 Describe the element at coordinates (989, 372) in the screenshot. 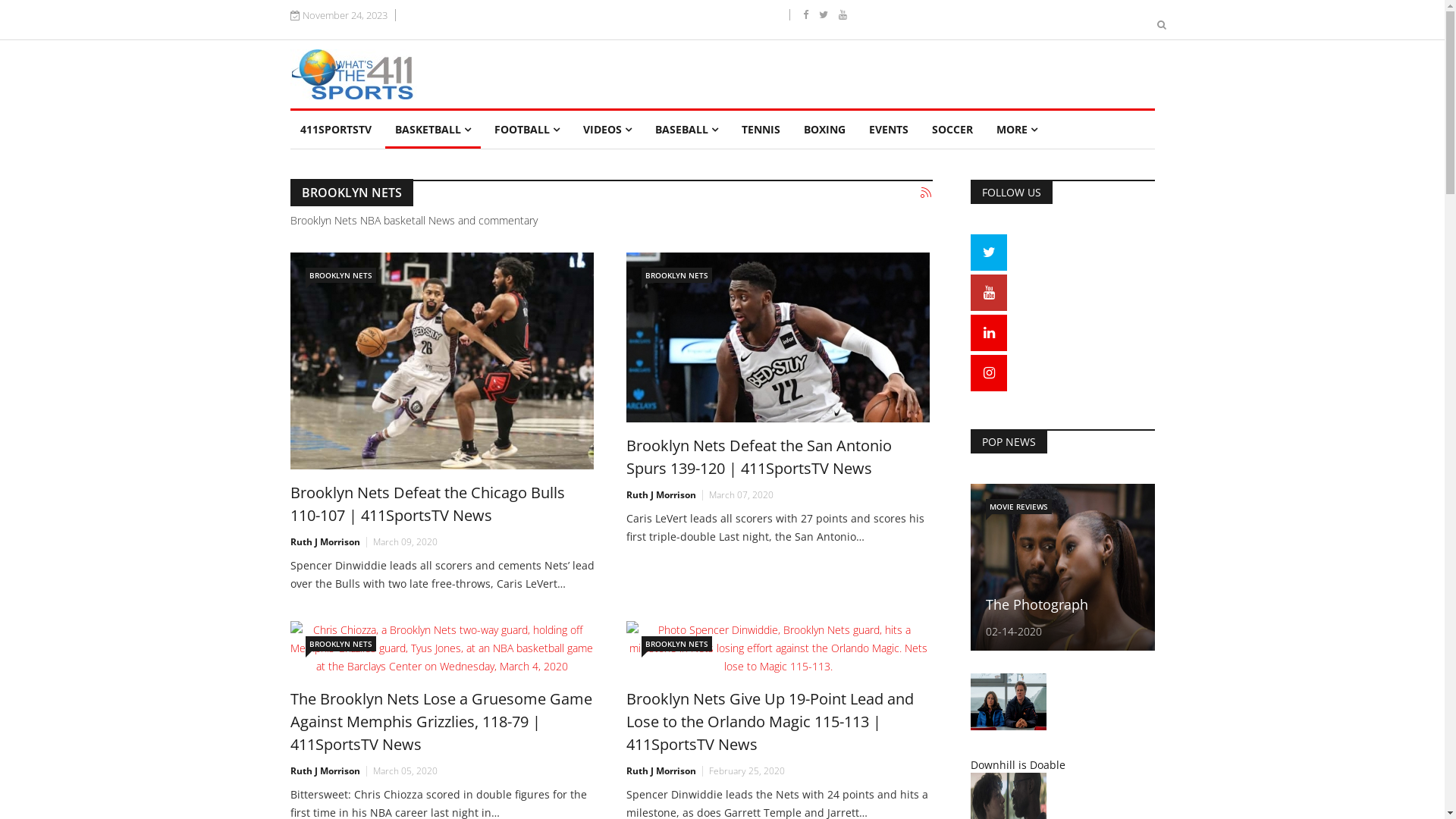

I see `'Instagram'` at that location.